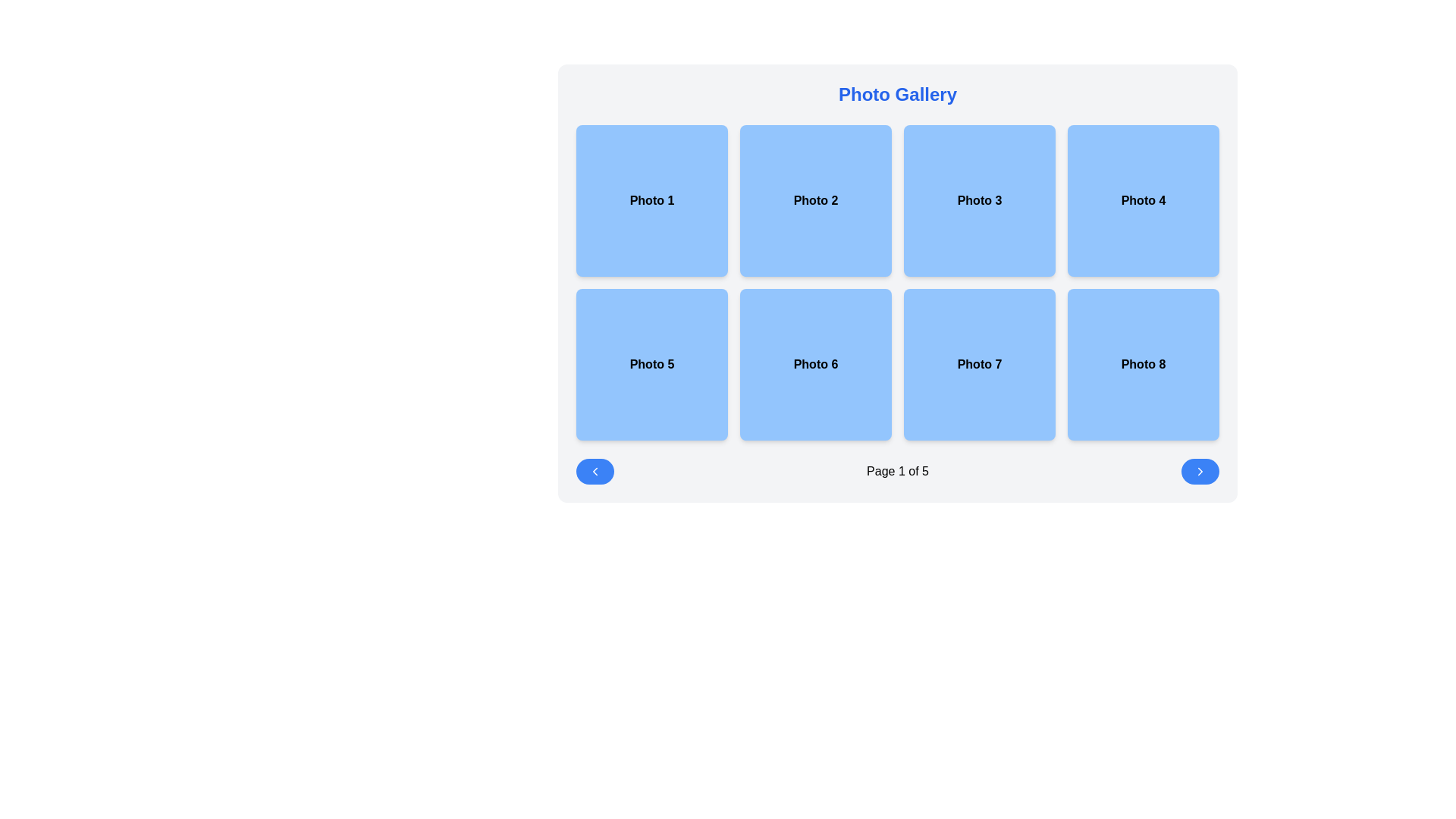 The width and height of the screenshot is (1456, 819). I want to click on the blue button labeled 'Photo 3' with rounded edges and centered black bold text, so click(979, 200).